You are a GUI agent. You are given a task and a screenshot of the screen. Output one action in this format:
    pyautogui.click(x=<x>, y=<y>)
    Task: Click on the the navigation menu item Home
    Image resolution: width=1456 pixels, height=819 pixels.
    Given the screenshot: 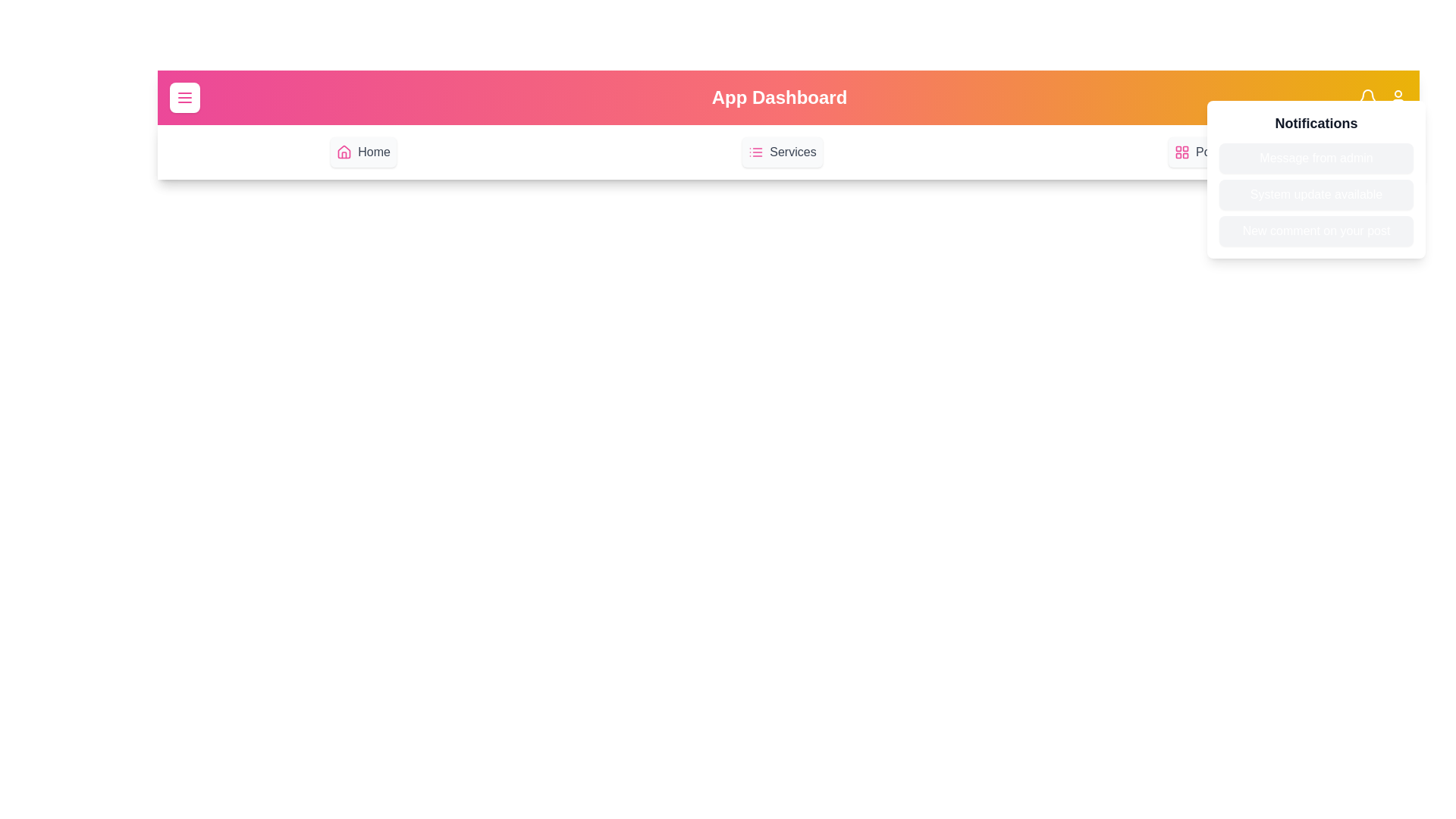 What is the action you would take?
    pyautogui.click(x=362, y=152)
    